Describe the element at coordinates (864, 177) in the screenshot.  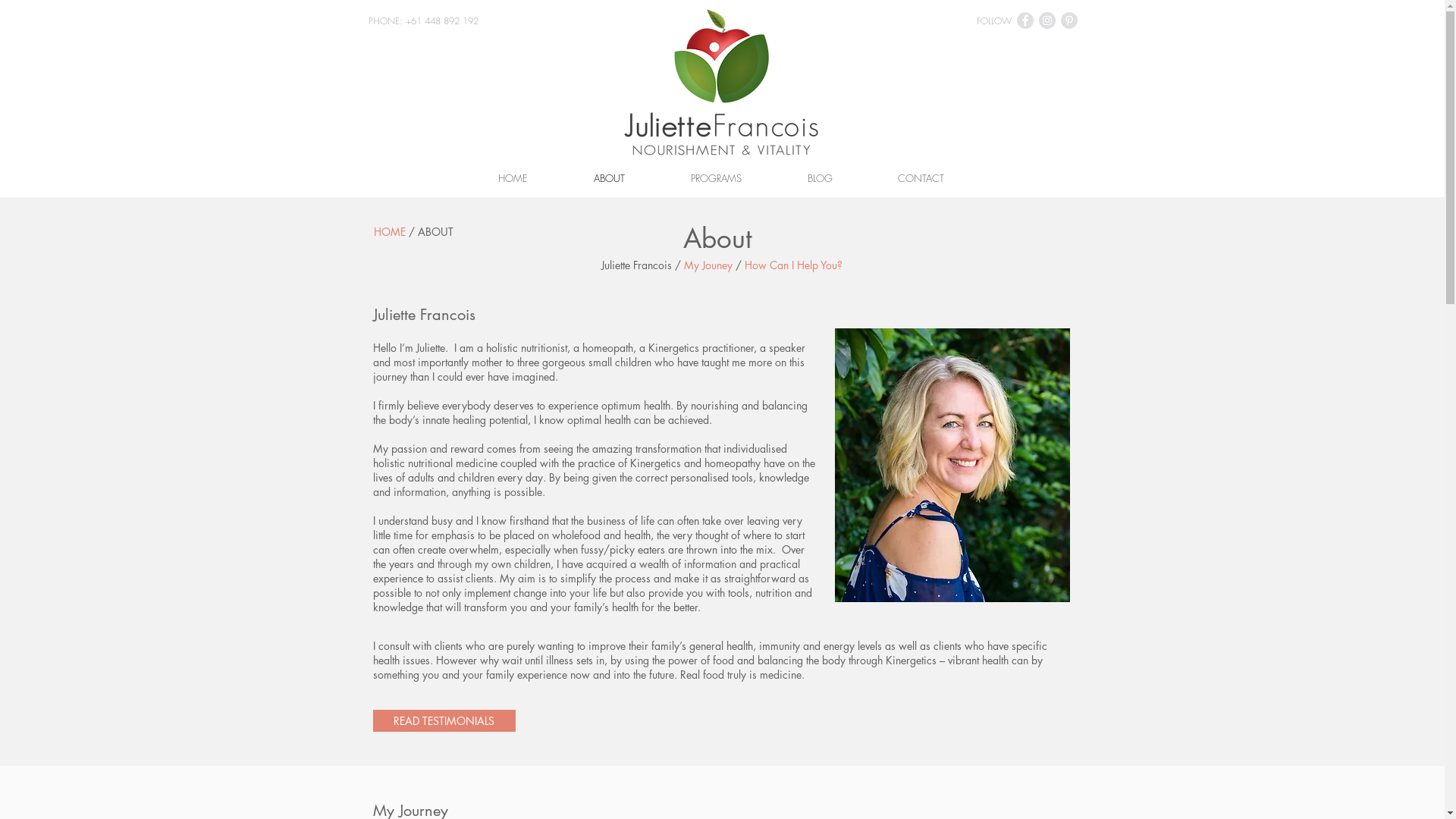
I see `'CONTACT'` at that location.